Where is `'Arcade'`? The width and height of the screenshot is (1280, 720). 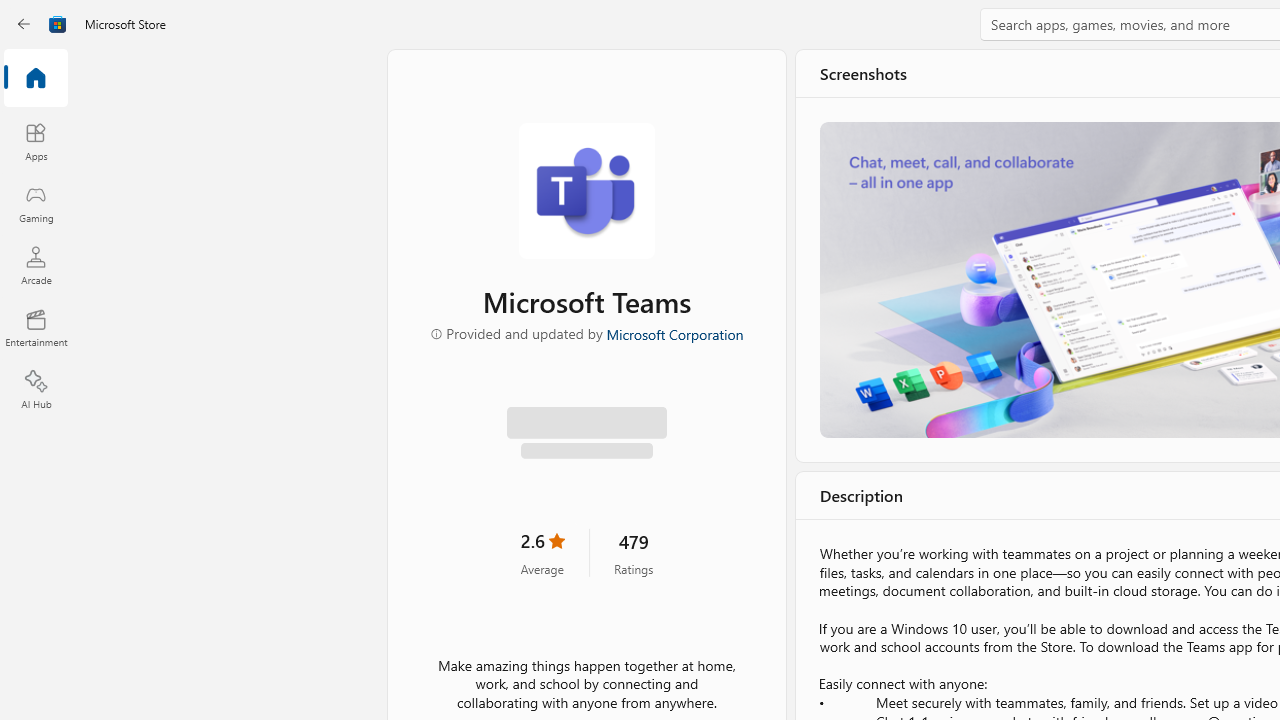 'Arcade' is located at coordinates (35, 264).